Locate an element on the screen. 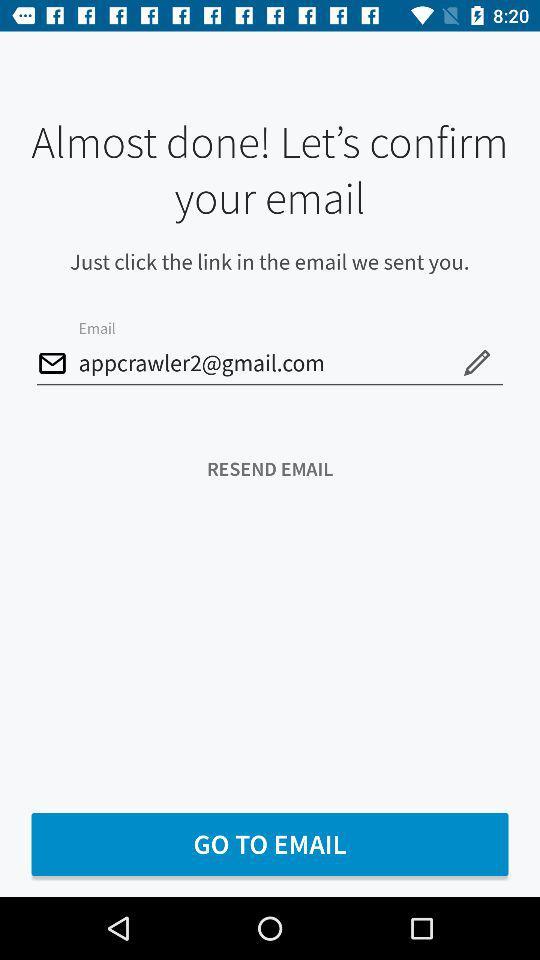 This screenshot has width=540, height=960. appcrawler2@gmail.com is located at coordinates (270, 363).